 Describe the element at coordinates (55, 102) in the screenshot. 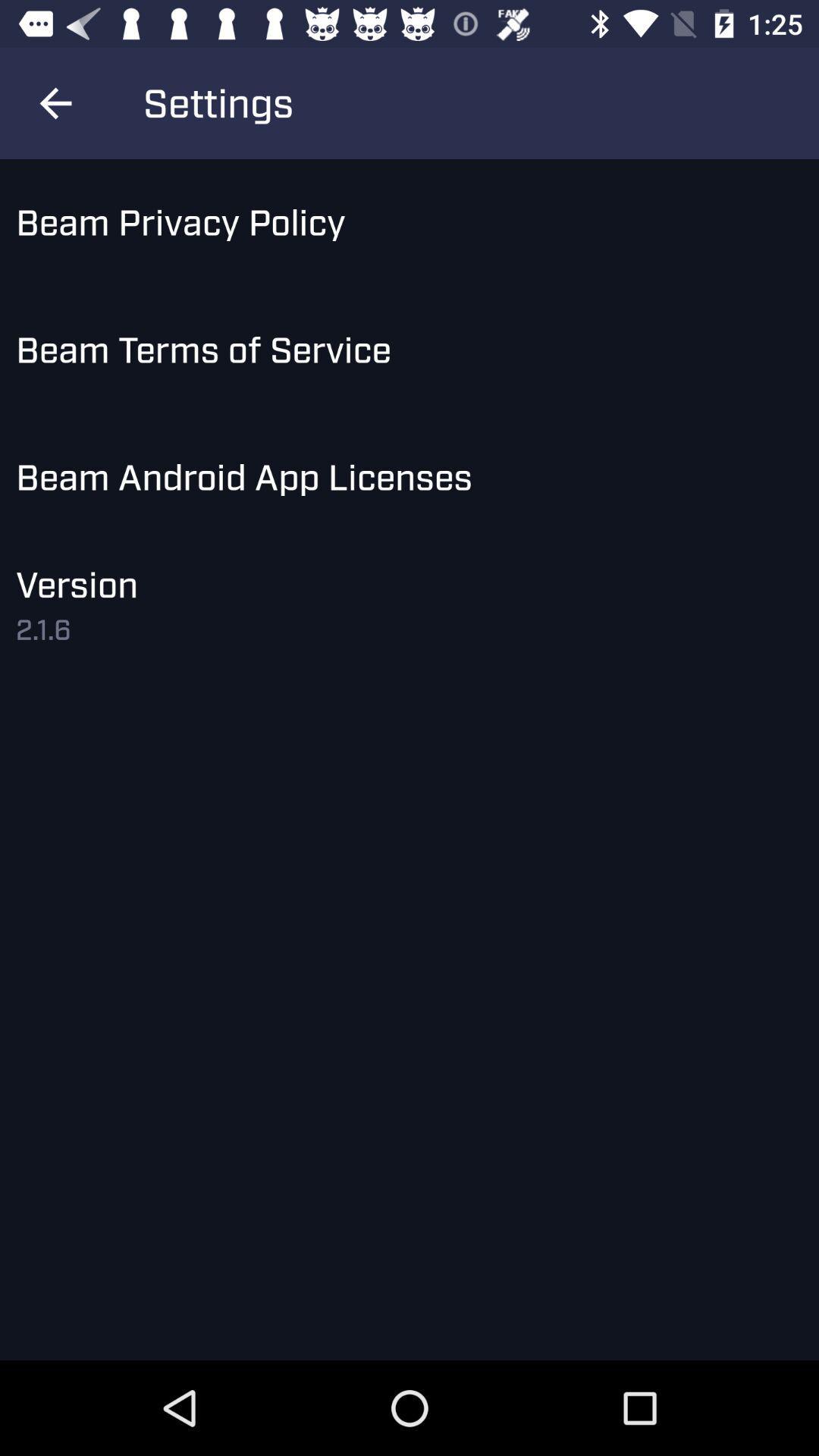

I see `the icon above the beam privacy policy icon` at that location.